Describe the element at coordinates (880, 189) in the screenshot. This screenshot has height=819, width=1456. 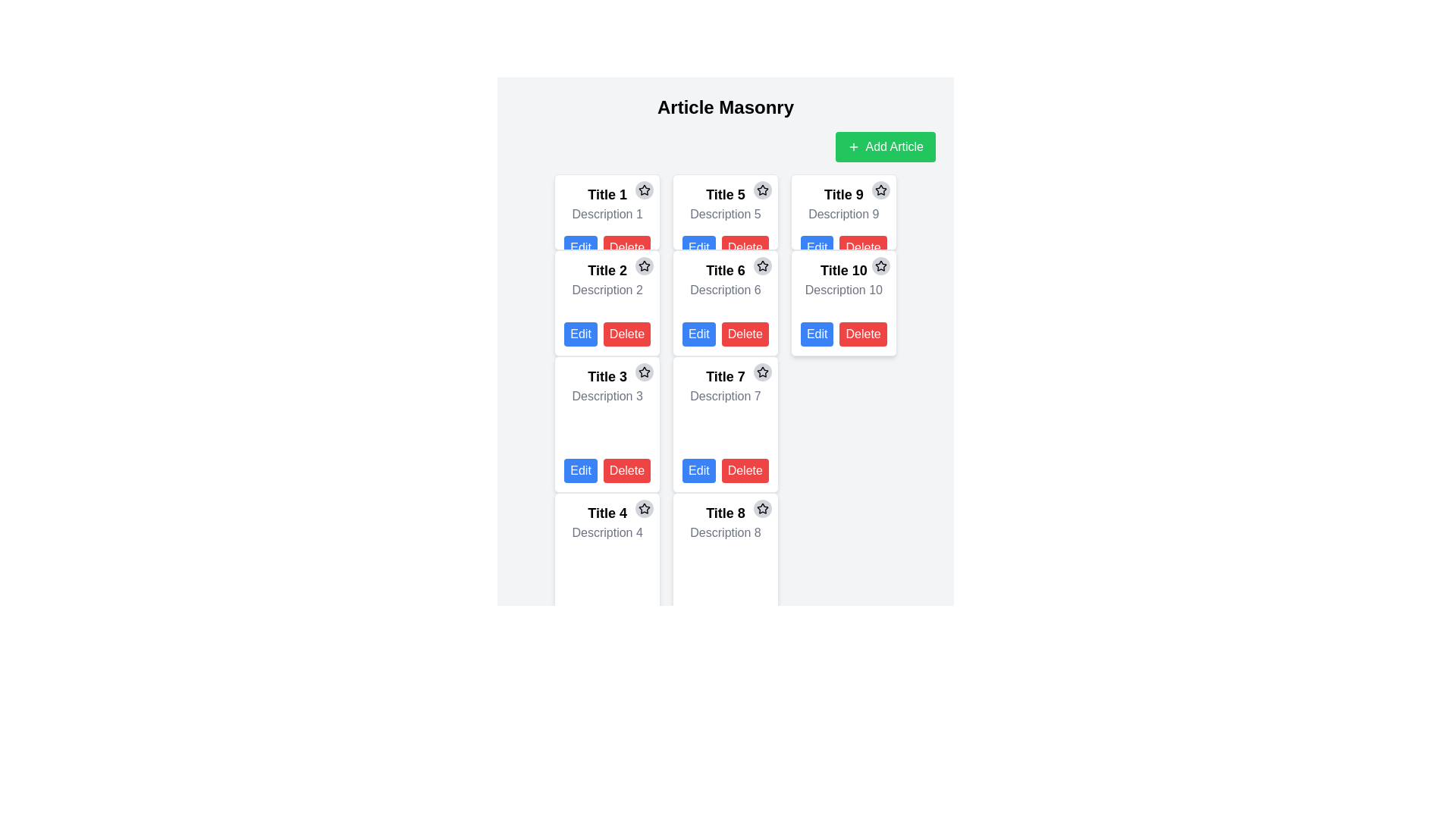
I see `the star icon located in the top-right corner of the card titled 'Title 10'` at that location.